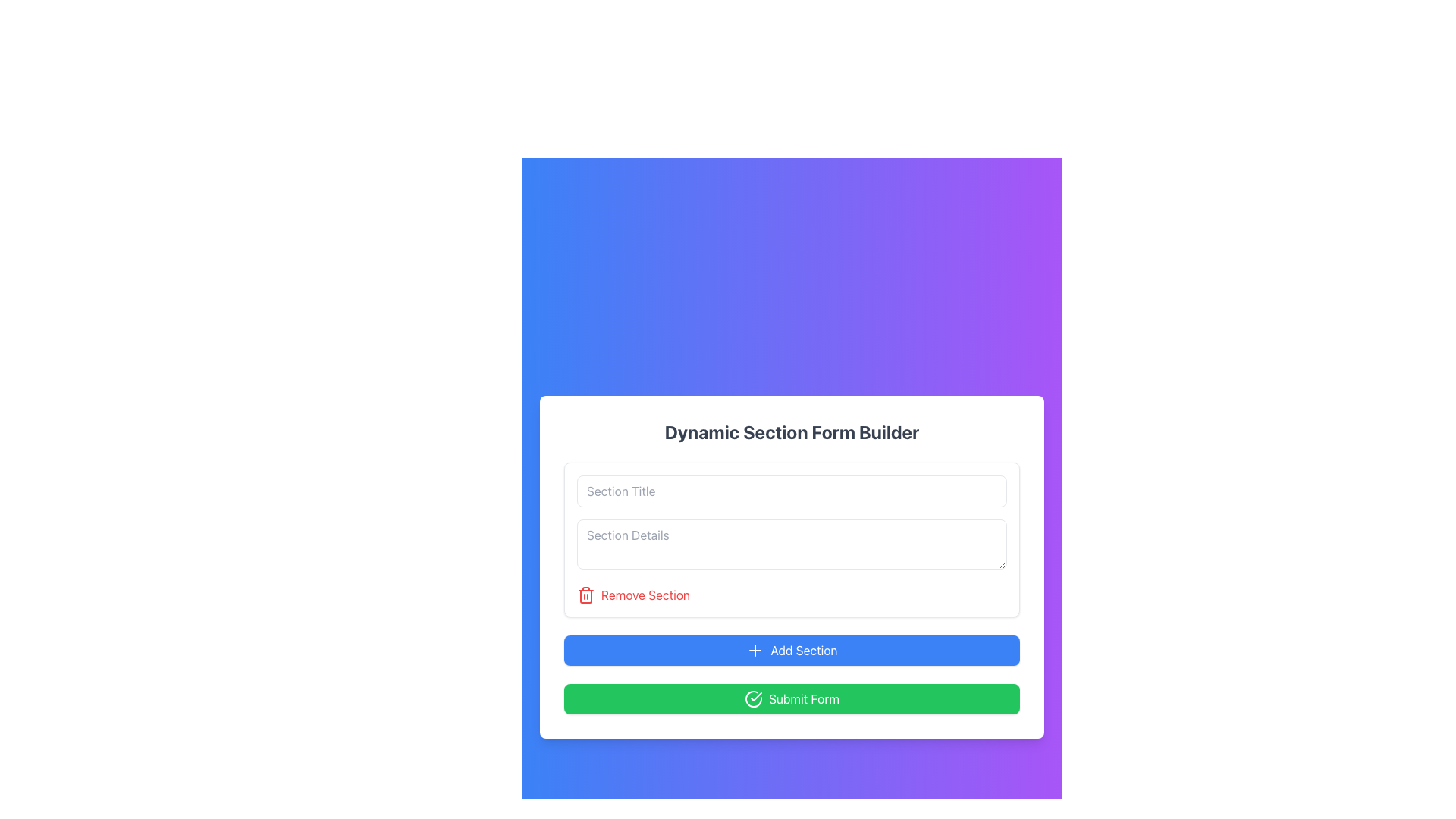 The height and width of the screenshot is (819, 1456). What do you see at coordinates (585, 595) in the screenshot?
I see `the 'Remove Section' button by clicking on the trash bin icon located to the left of the button's label` at bounding box center [585, 595].